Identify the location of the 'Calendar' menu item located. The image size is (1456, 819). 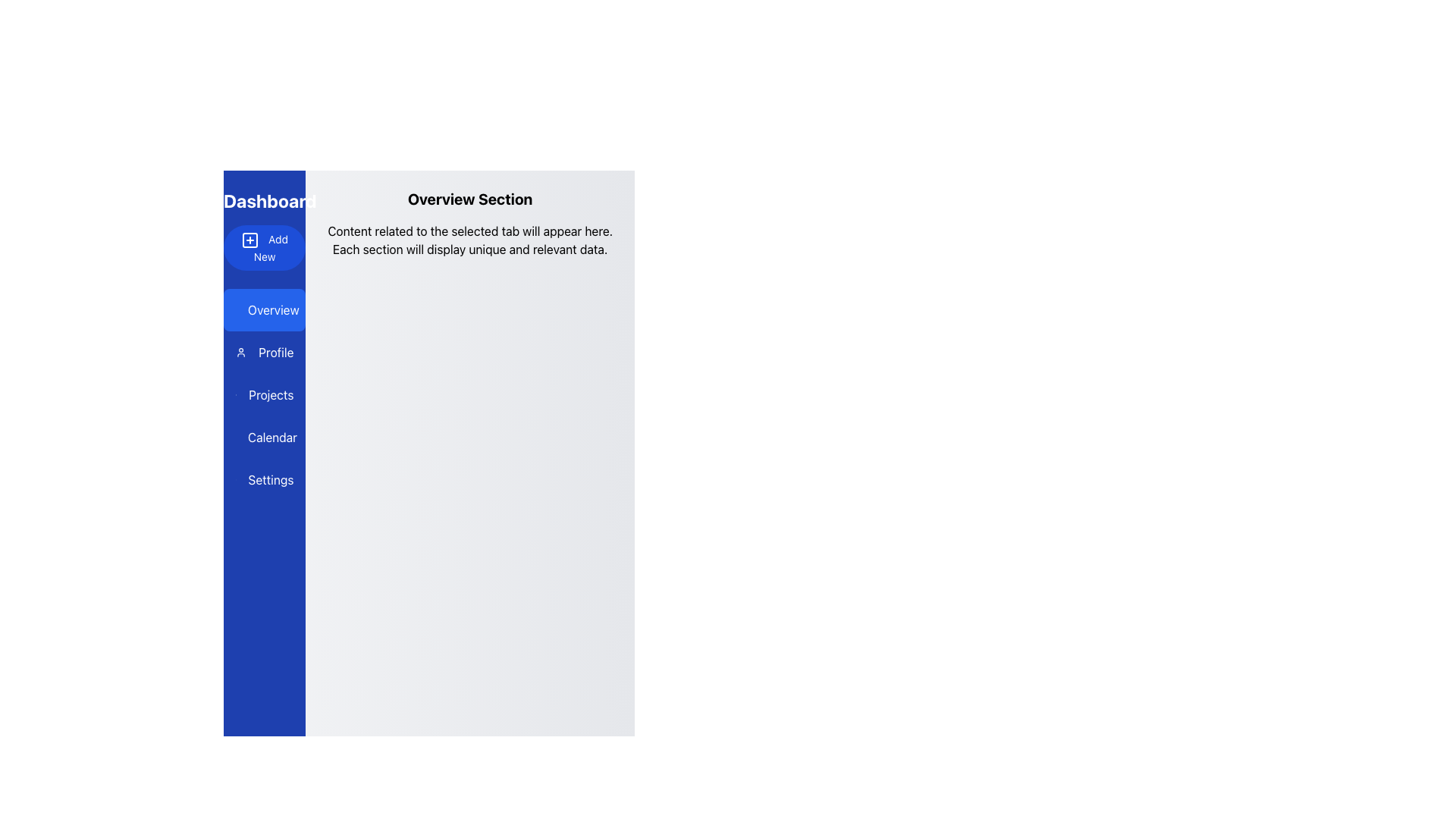
(265, 438).